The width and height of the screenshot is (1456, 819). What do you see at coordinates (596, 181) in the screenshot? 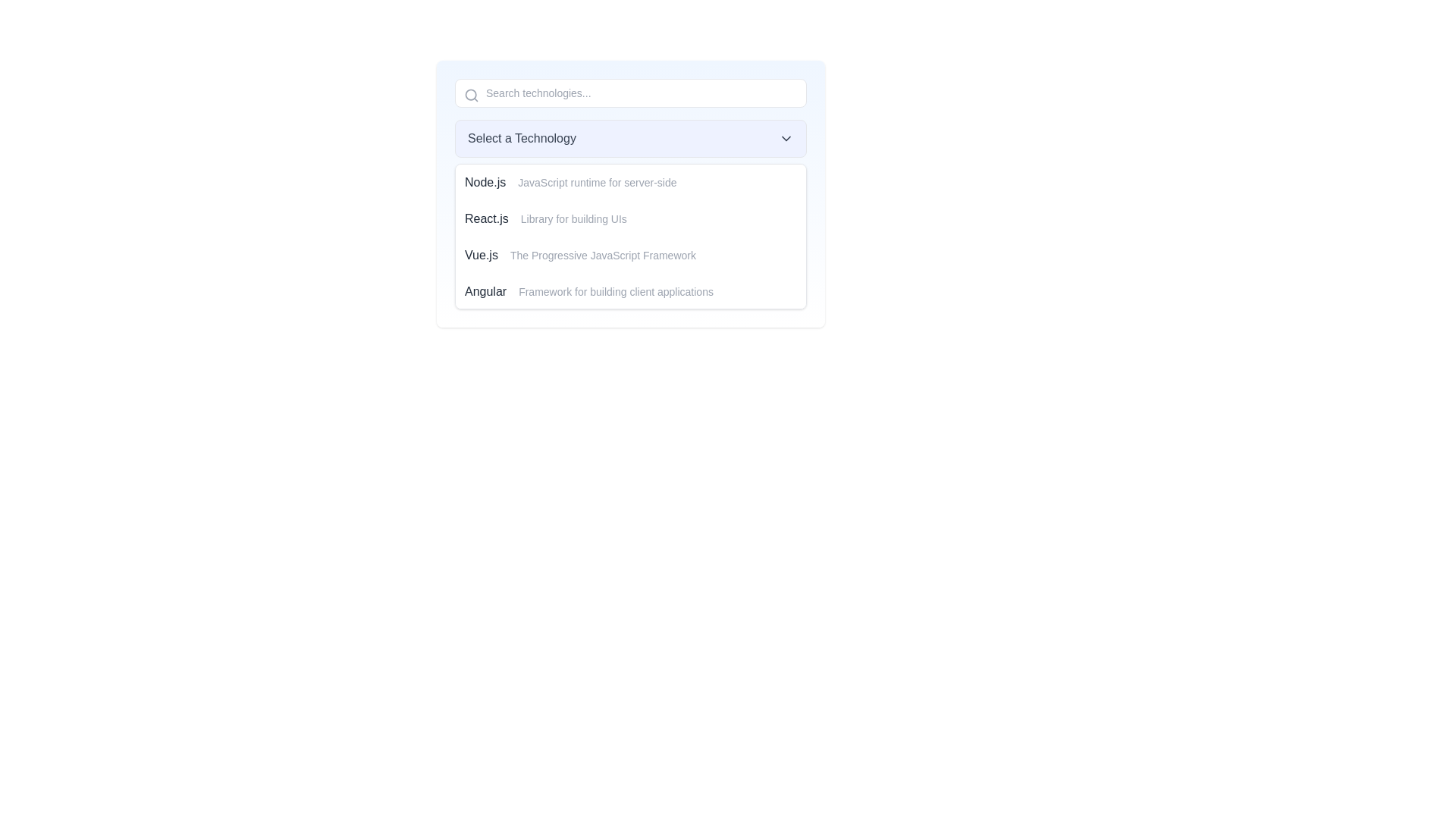
I see `the descriptive text label located beside the title 'Node.js' in the selectable list under the section 'Select a Technology'` at bounding box center [596, 181].